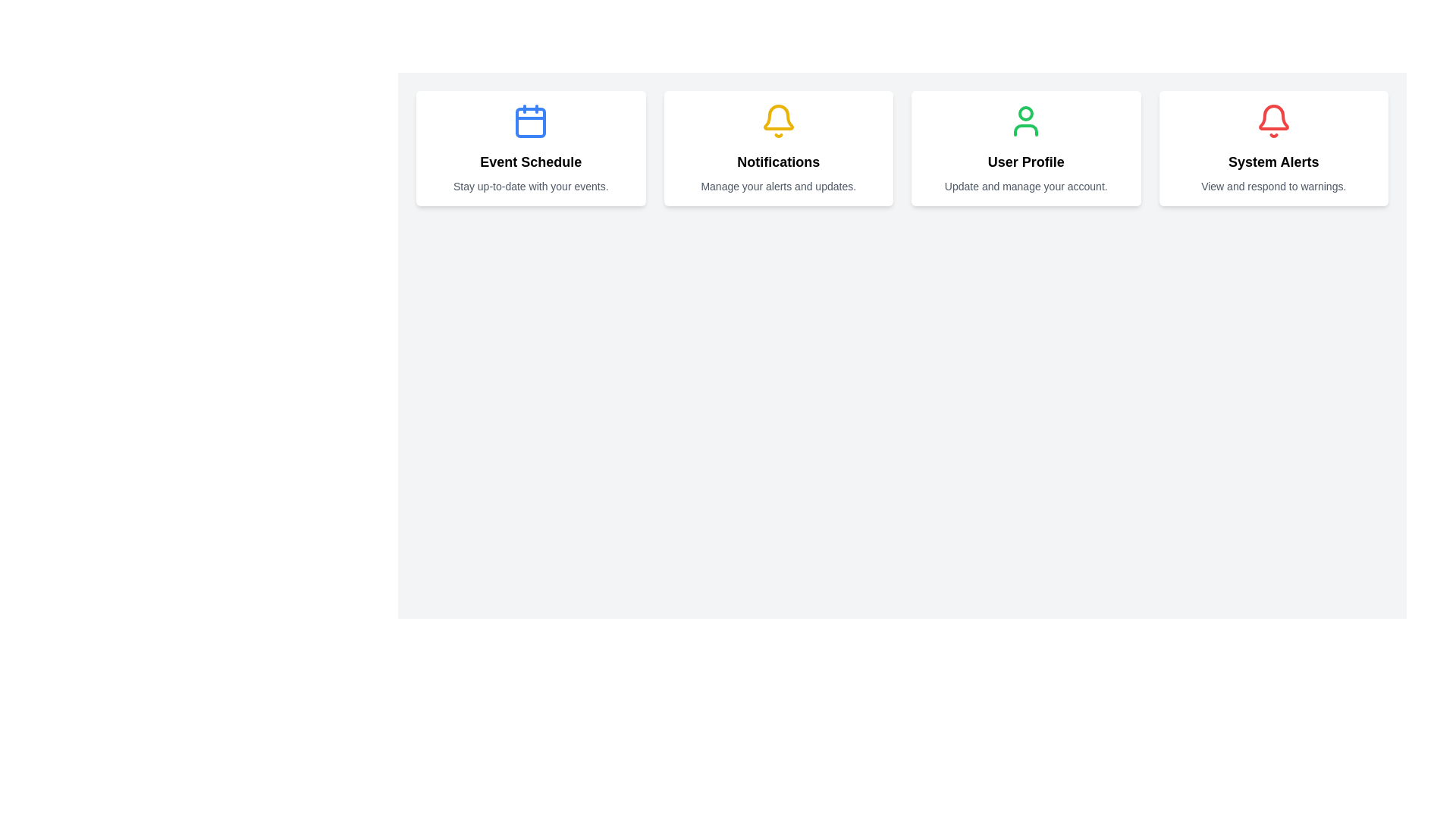  What do you see at coordinates (1026, 162) in the screenshot?
I see `the 'User Profile' text label, which is prominently displayed in bold font within the third card of a horizontal sequence of four cards` at bounding box center [1026, 162].